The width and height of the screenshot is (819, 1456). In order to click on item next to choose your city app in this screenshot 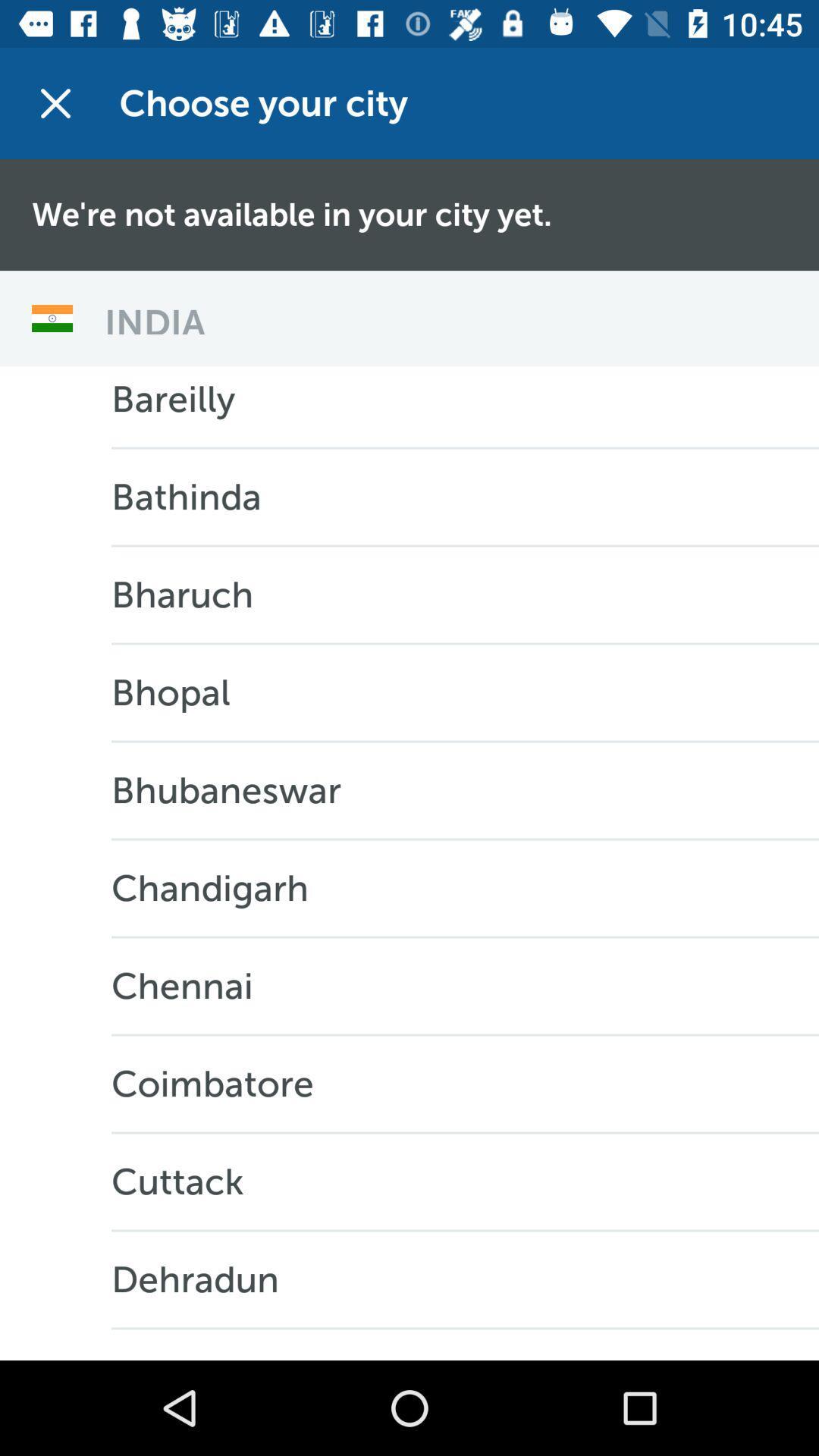, I will do `click(55, 102)`.